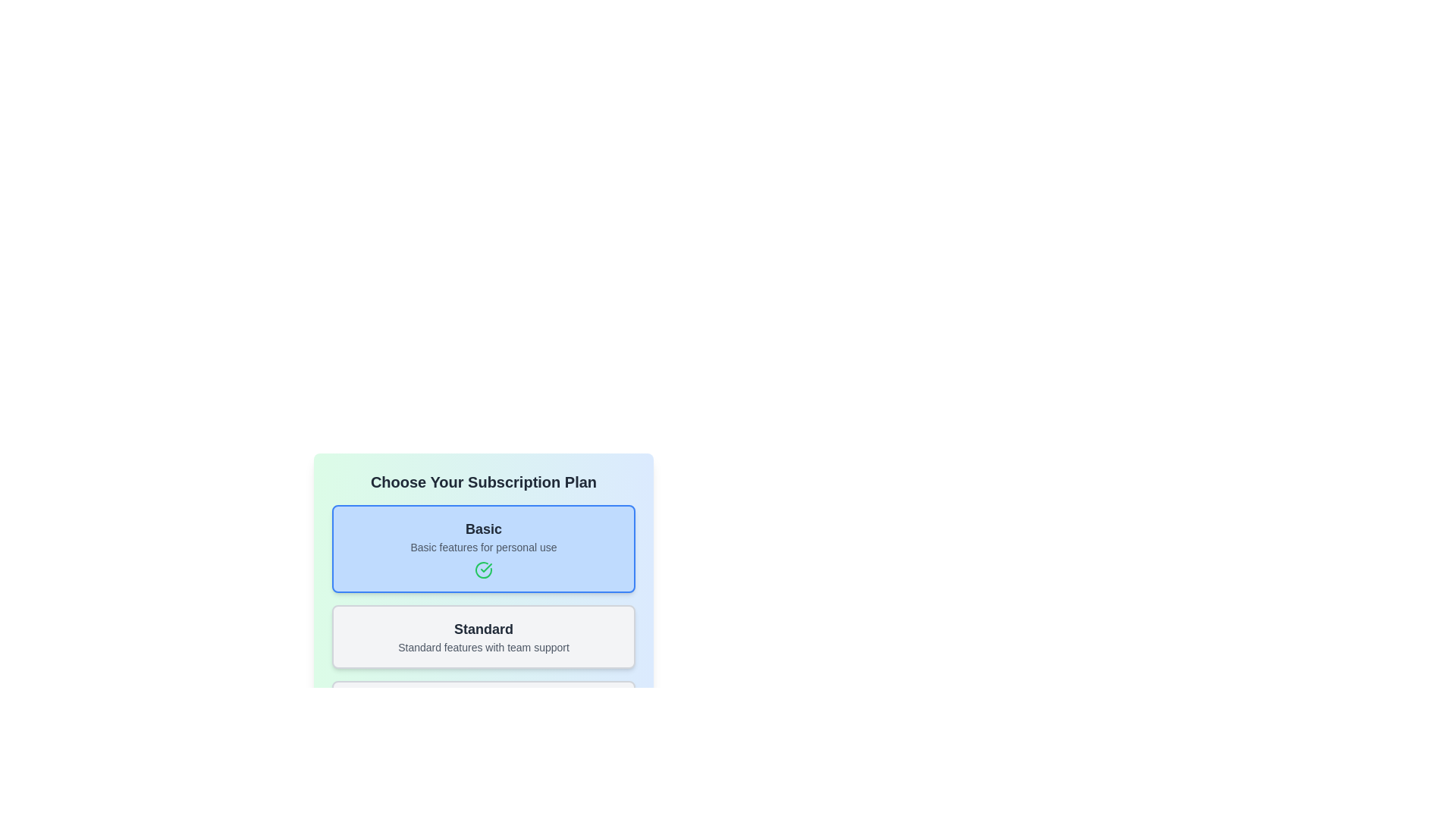 The height and width of the screenshot is (819, 1456). What do you see at coordinates (483, 637) in the screenshot?
I see `the subscription plan Standard by clicking on its card` at bounding box center [483, 637].